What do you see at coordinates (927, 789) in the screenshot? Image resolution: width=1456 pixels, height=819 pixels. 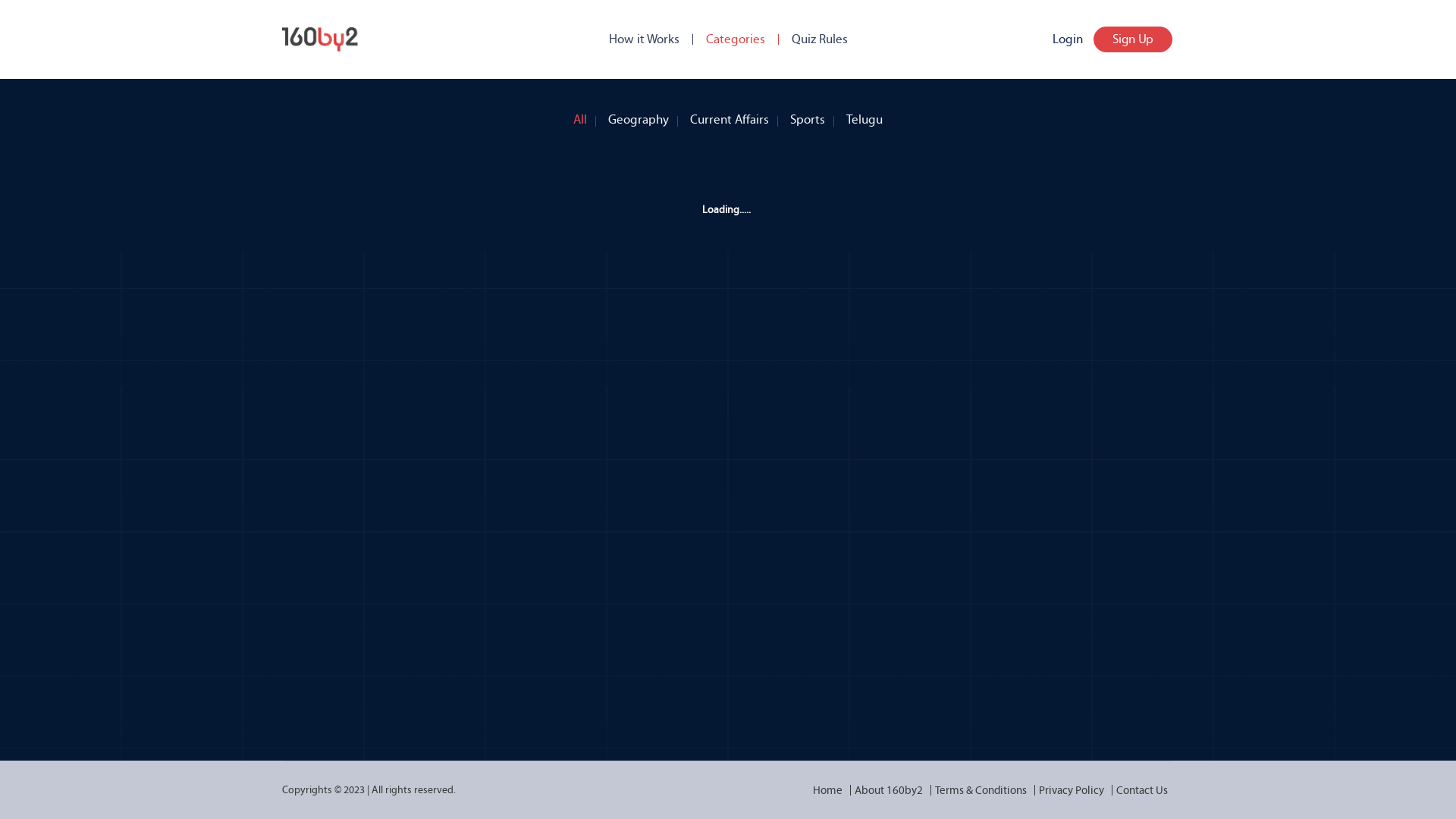 I see `'Terms & Conditions'` at bounding box center [927, 789].